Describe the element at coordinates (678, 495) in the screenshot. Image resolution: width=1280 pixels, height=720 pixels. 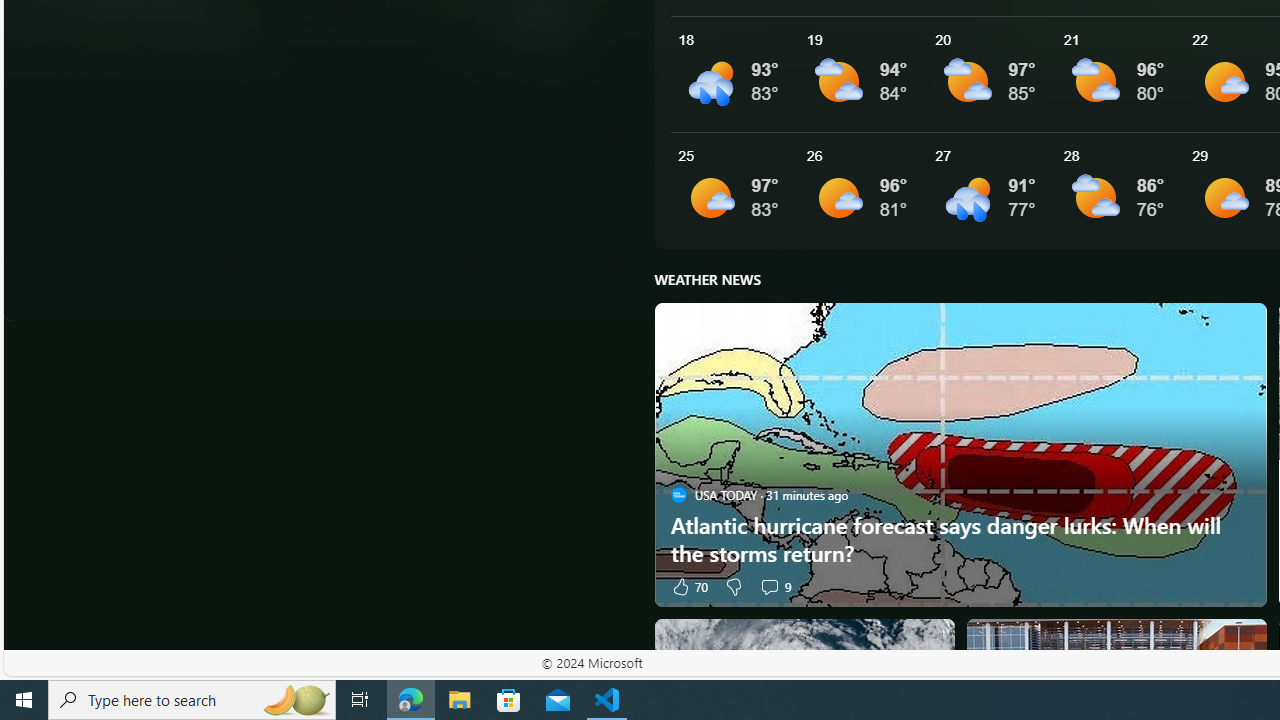
I see `'USA TODAY'` at that location.